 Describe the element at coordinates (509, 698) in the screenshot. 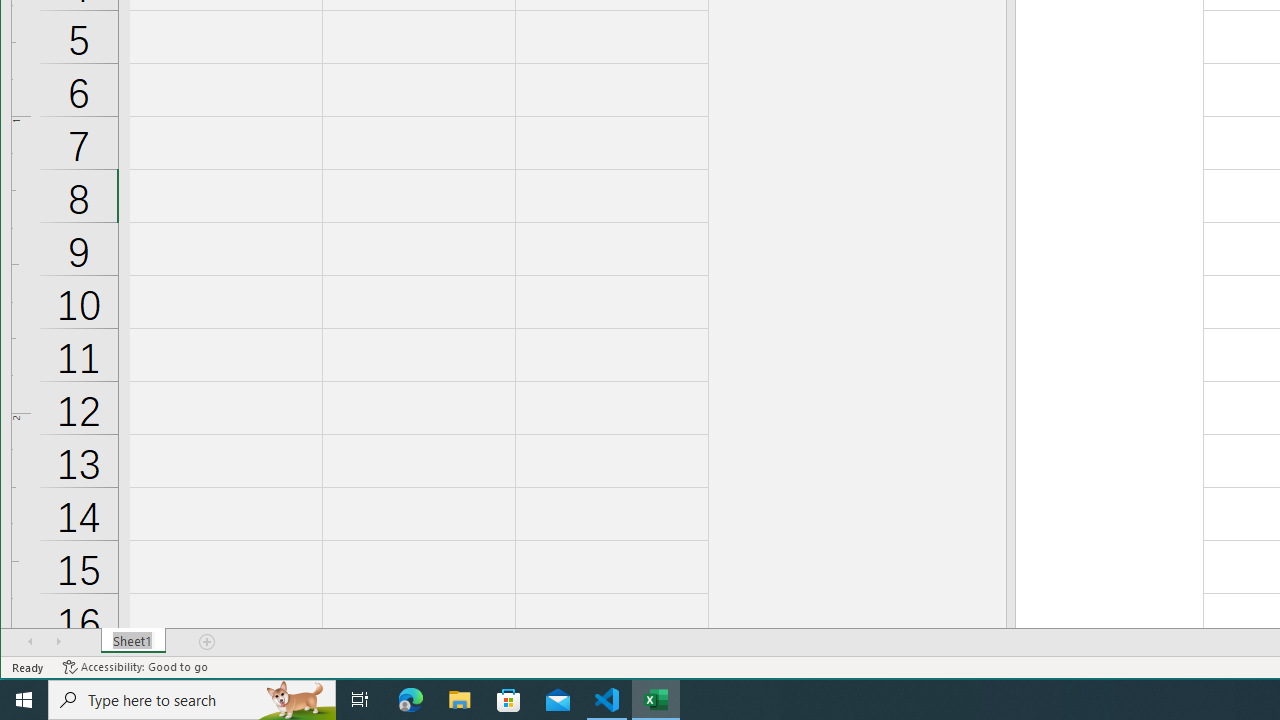

I see `'Microsoft Store'` at that location.